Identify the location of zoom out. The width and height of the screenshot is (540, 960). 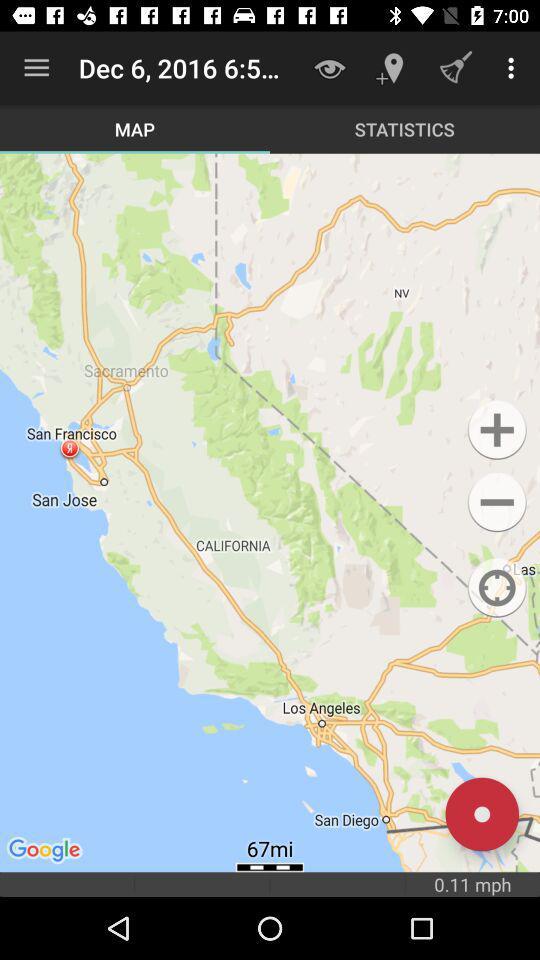
(496, 501).